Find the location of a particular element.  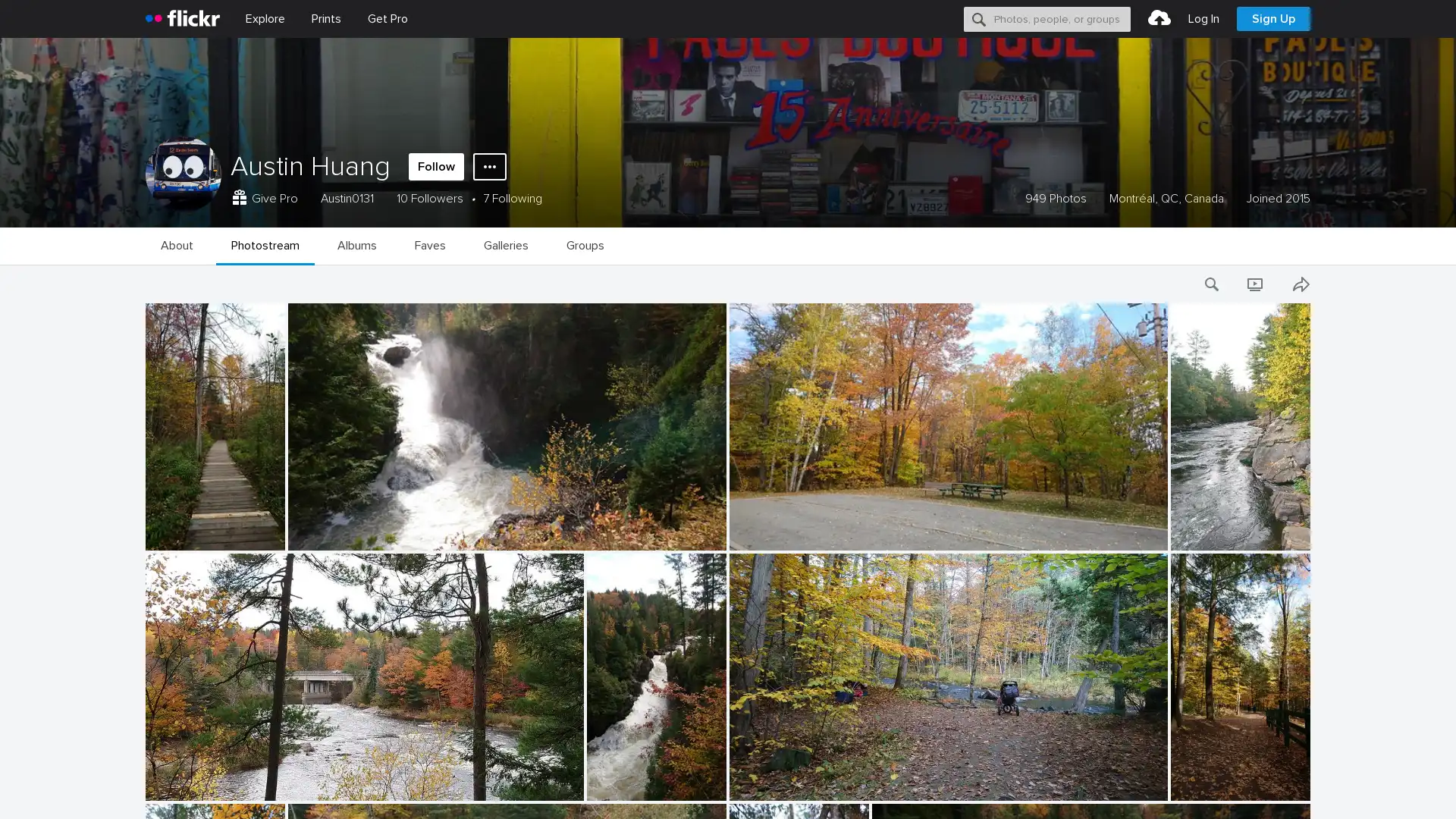

Add to Favorites is located at coordinates (146, 660).